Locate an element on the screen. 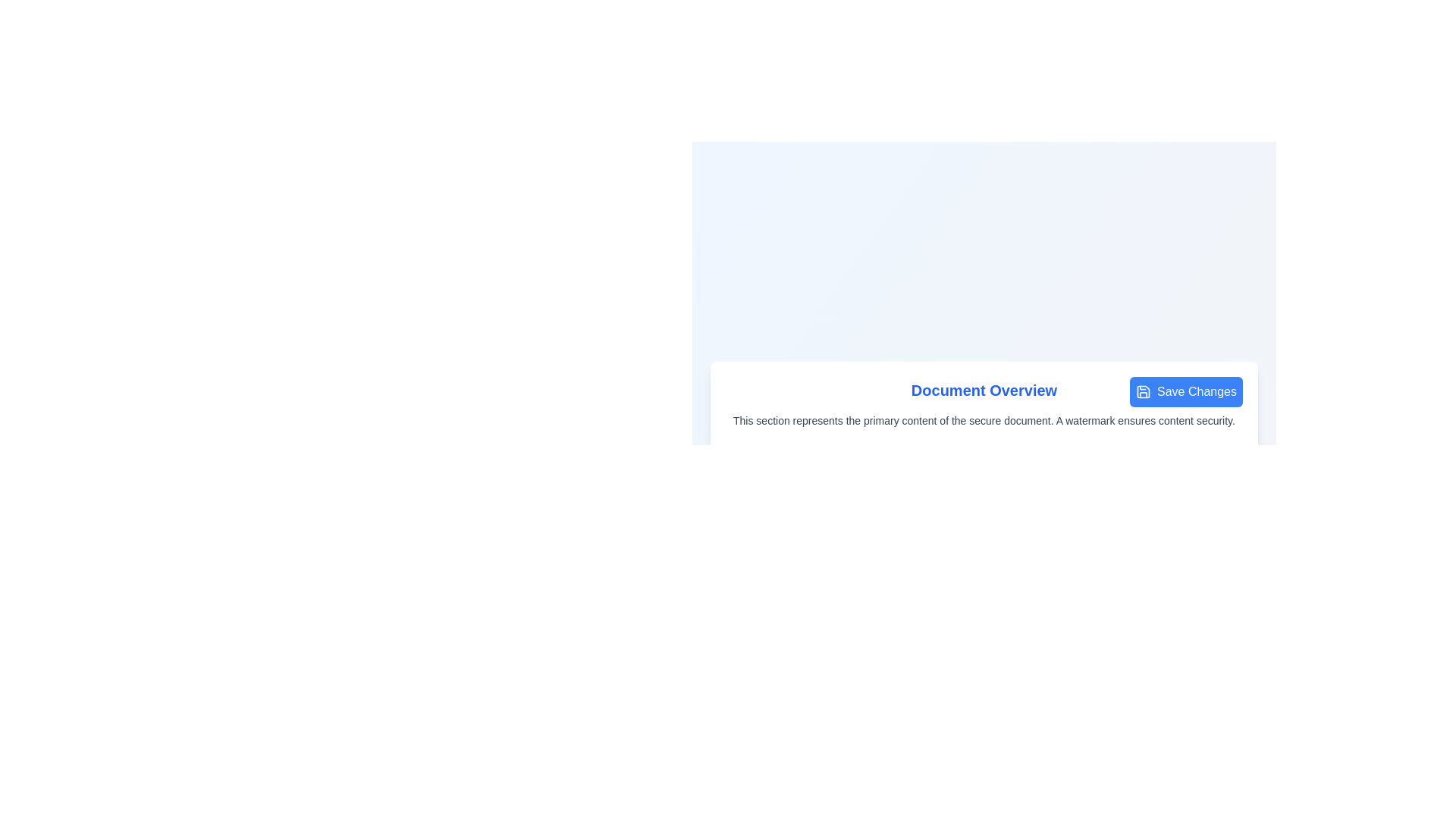  the Informational display section titled 'Document Overview', which features a bold blue heading and a gray description below it, located just below 'Secure Content' is located at coordinates (984, 403).